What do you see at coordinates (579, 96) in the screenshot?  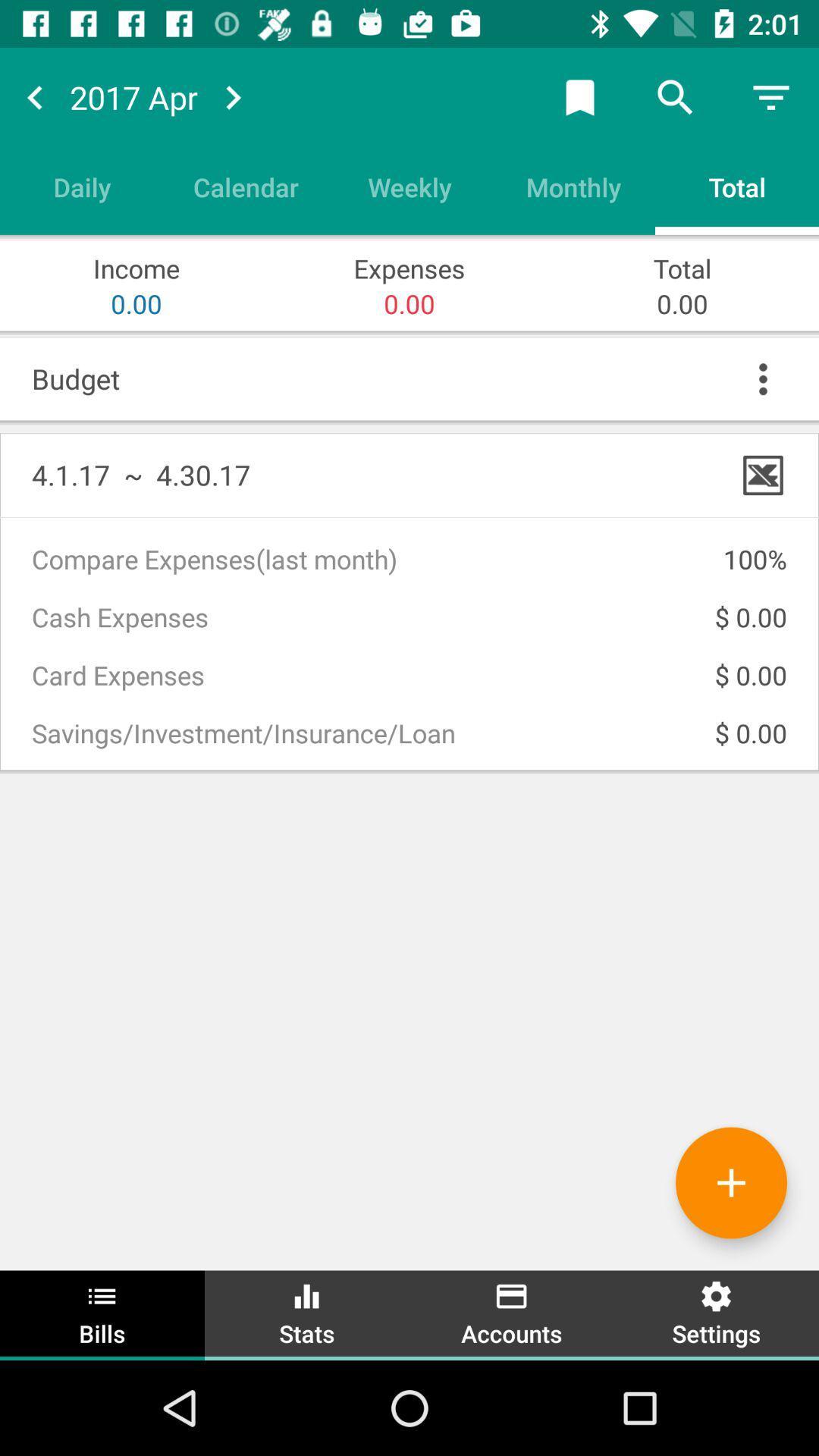 I see `share` at bounding box center [579, 96].